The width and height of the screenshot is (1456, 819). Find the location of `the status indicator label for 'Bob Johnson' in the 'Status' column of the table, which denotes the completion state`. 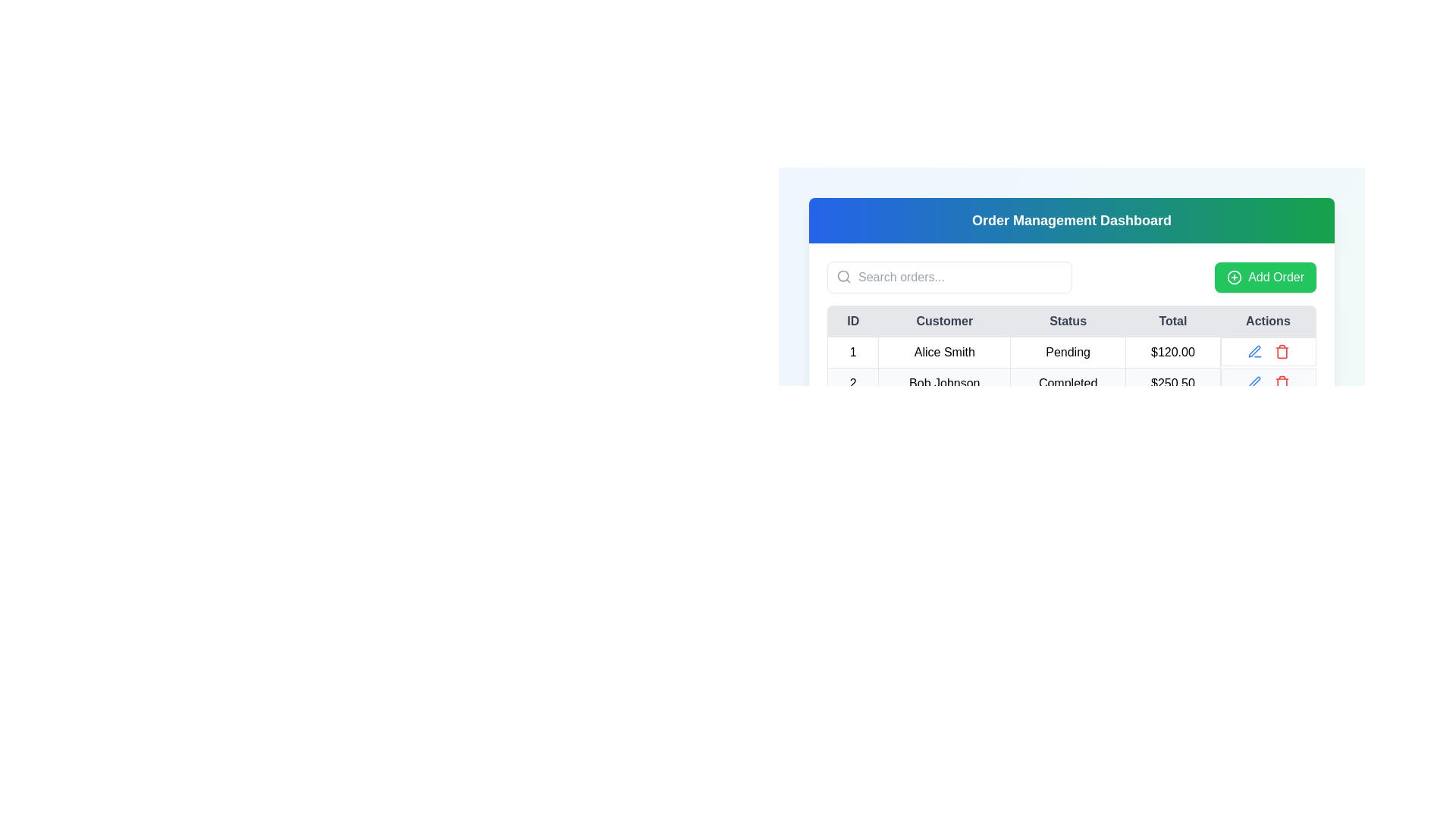

the status indicator label for 'Bob Johnson' in the 'Status' column of the table, which denotes the completion state is located at coordinates (1067, 382).